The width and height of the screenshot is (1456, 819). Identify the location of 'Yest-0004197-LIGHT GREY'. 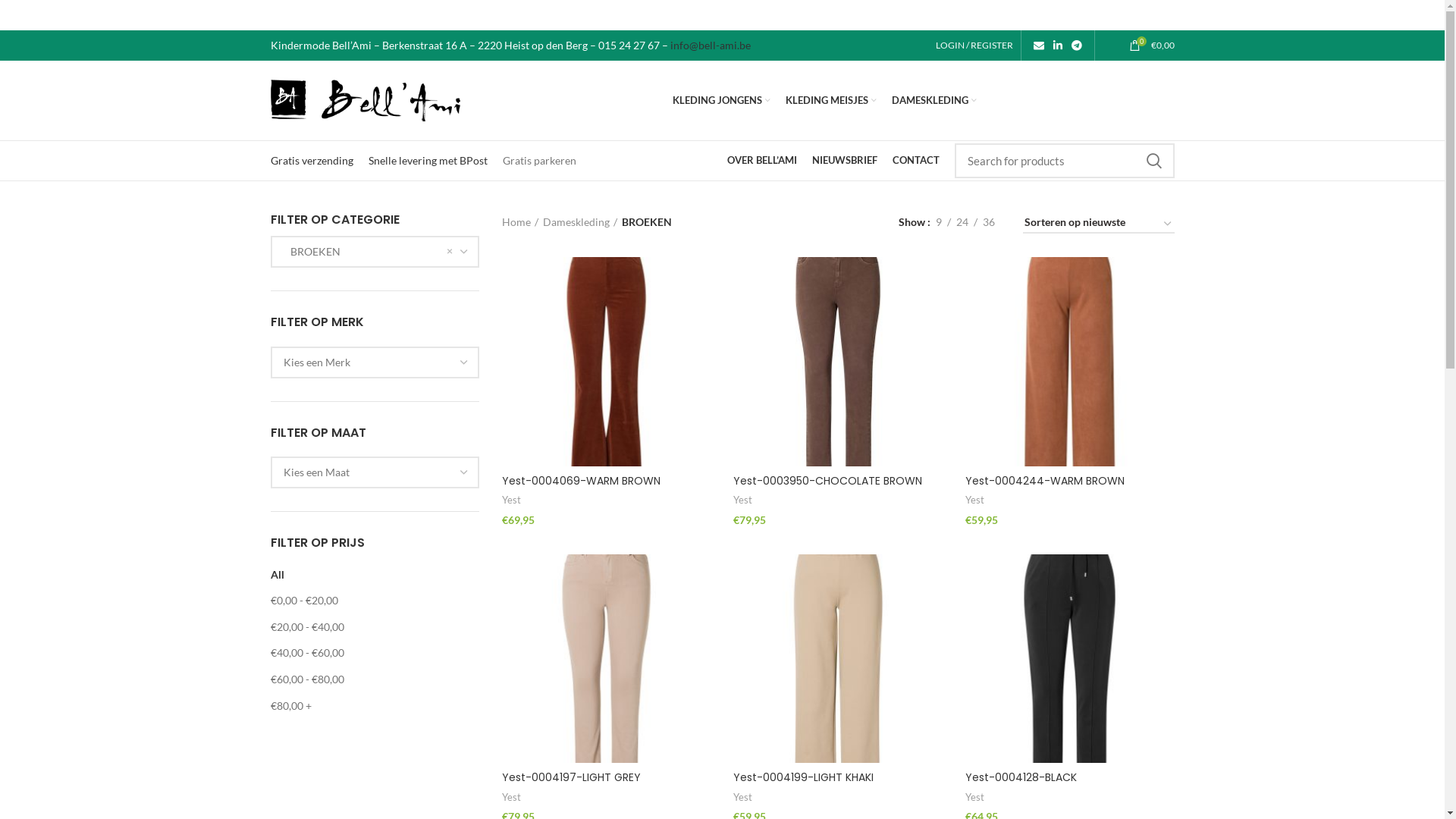
(570, 777).